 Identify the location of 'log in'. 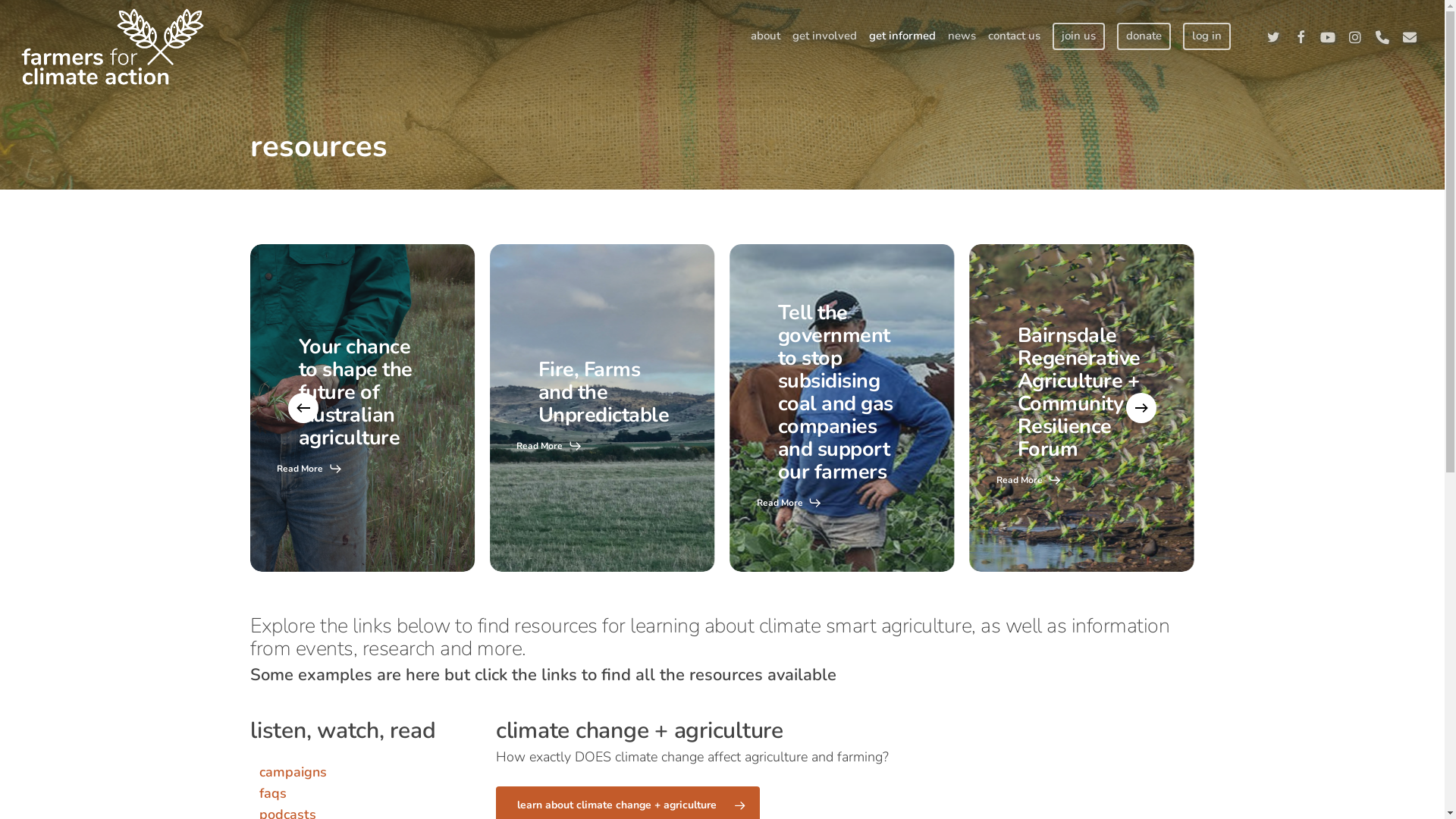
(1206, 35).